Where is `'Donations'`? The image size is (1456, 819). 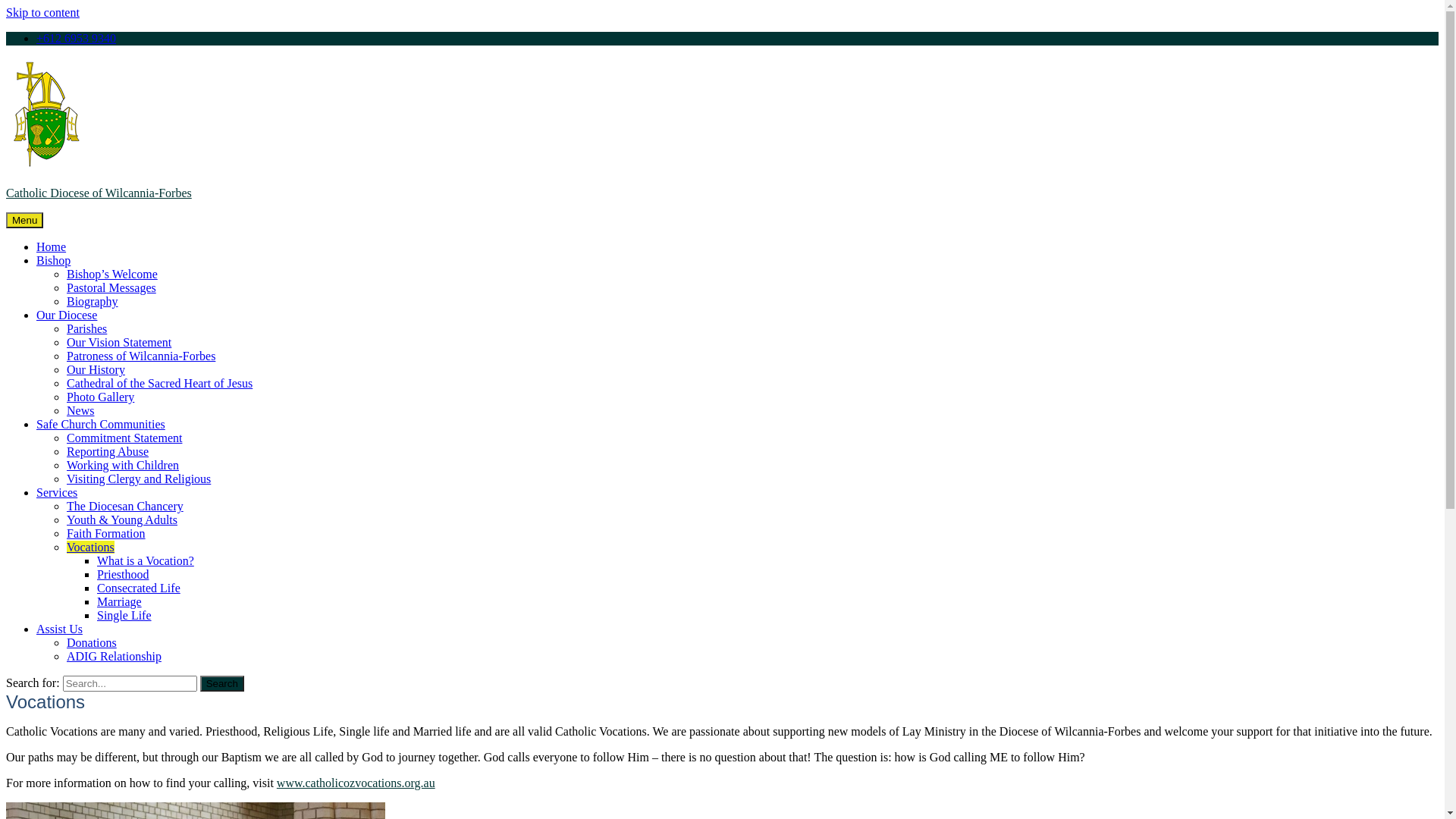
'Donations' is located at coordinates (90, 642).